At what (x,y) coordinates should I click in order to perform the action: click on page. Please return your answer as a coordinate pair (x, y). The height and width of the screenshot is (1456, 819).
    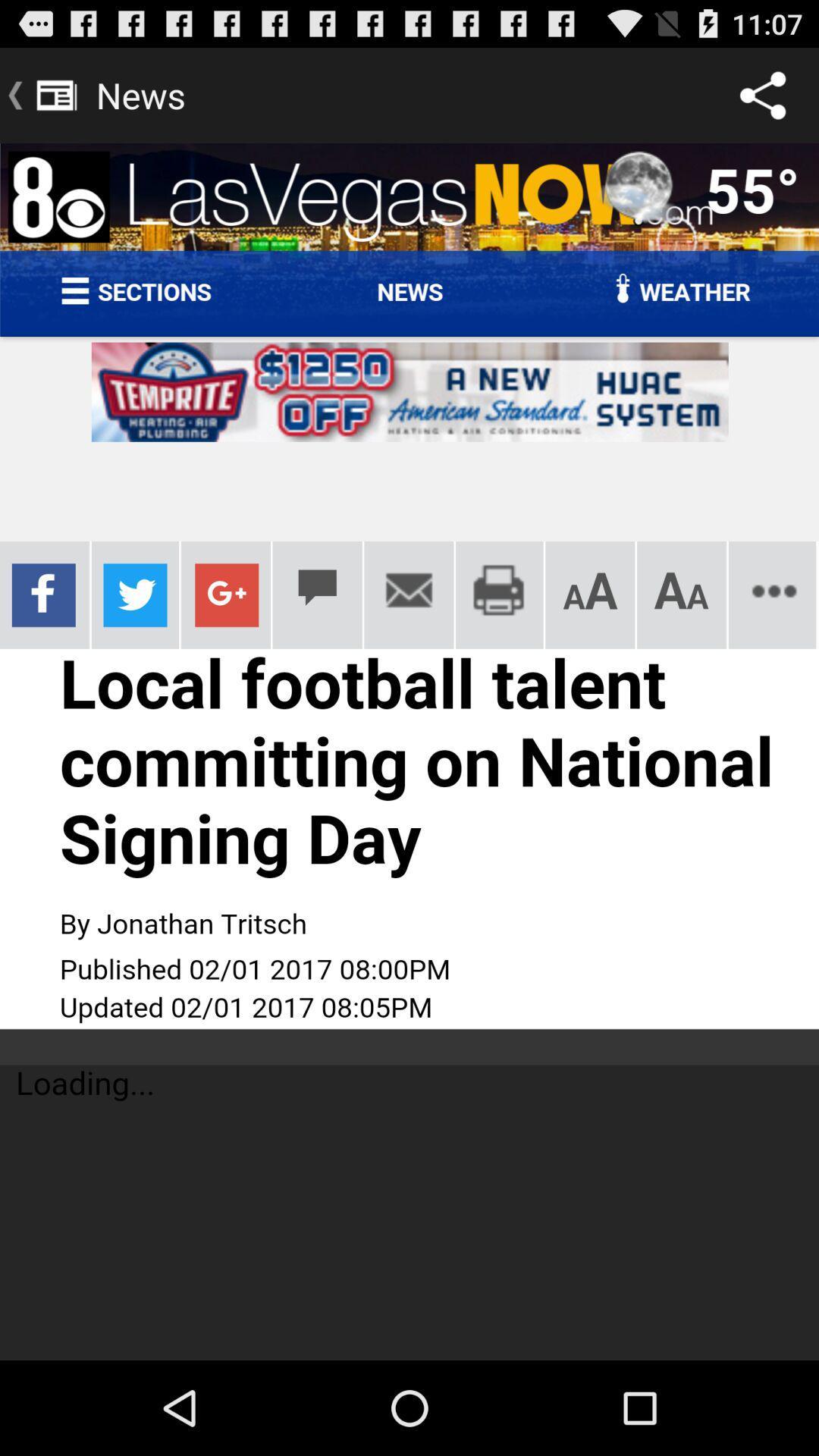
    Looking at the image, I should click on (409, 752).